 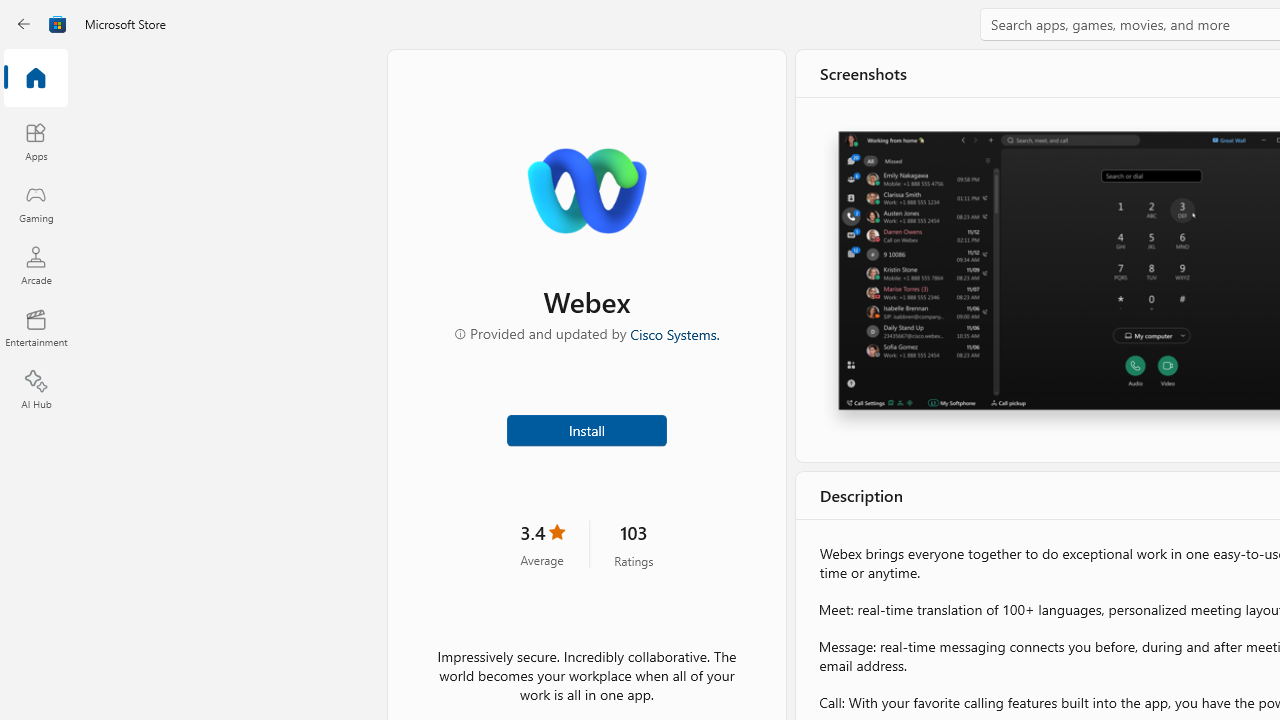 What do you see at coordinates (24, 24) in the screenshot?
I see `'Back'` at bounding box center [24, 24].